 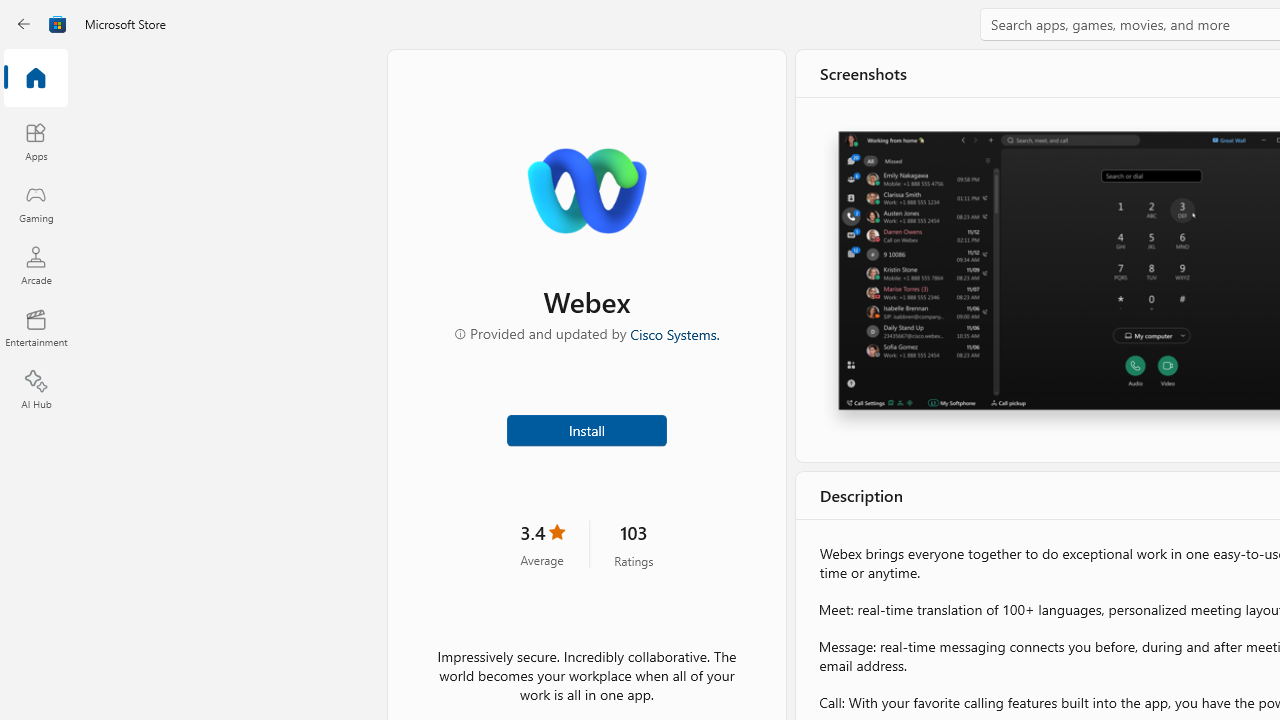 What do you see at coordinates (24, 24) in the screenshot?
I see `'Back'` at bounding box center [24, 24].